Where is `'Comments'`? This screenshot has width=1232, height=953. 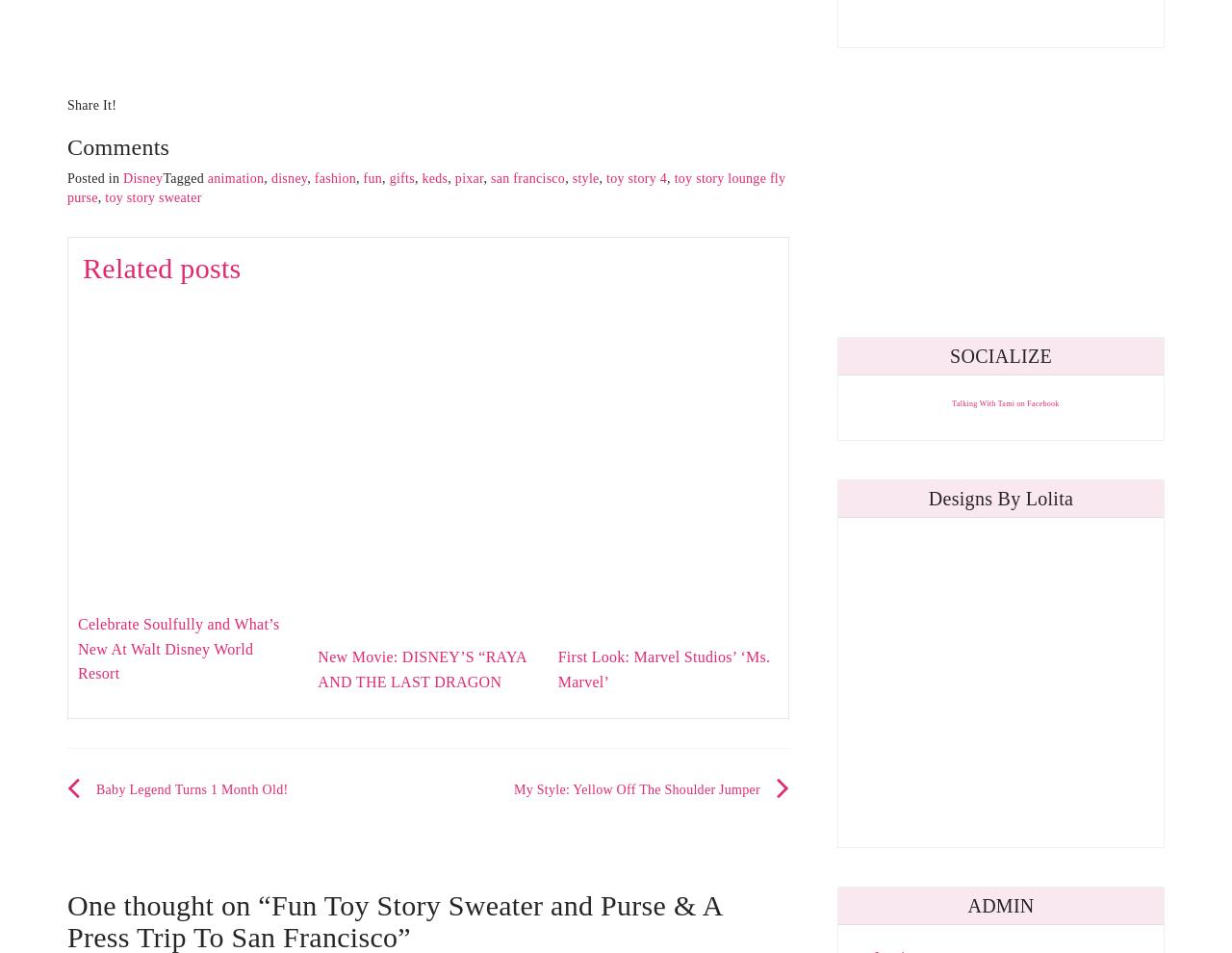 'Comments' is located at coordinates (67, 146).